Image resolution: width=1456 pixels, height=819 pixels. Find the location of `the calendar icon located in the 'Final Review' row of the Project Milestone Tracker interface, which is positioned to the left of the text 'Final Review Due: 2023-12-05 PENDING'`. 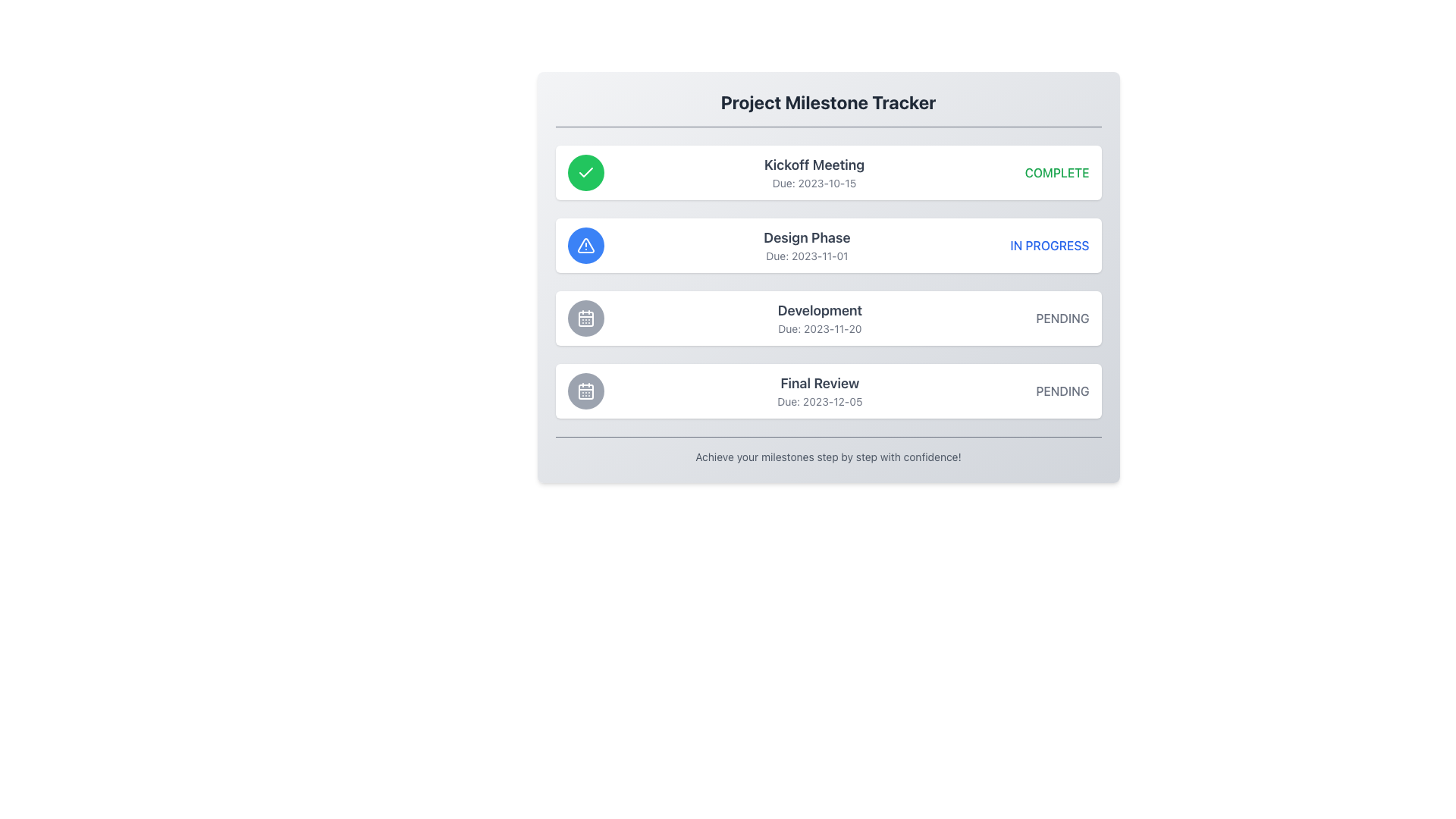

the calendar icon located in the 'Final Review' row of the Project Milestone Tracker interface, which is positioned to the left of the text 'Final Review Due: 2023-12-05 PENDING' is located at coordinates (585, 391).